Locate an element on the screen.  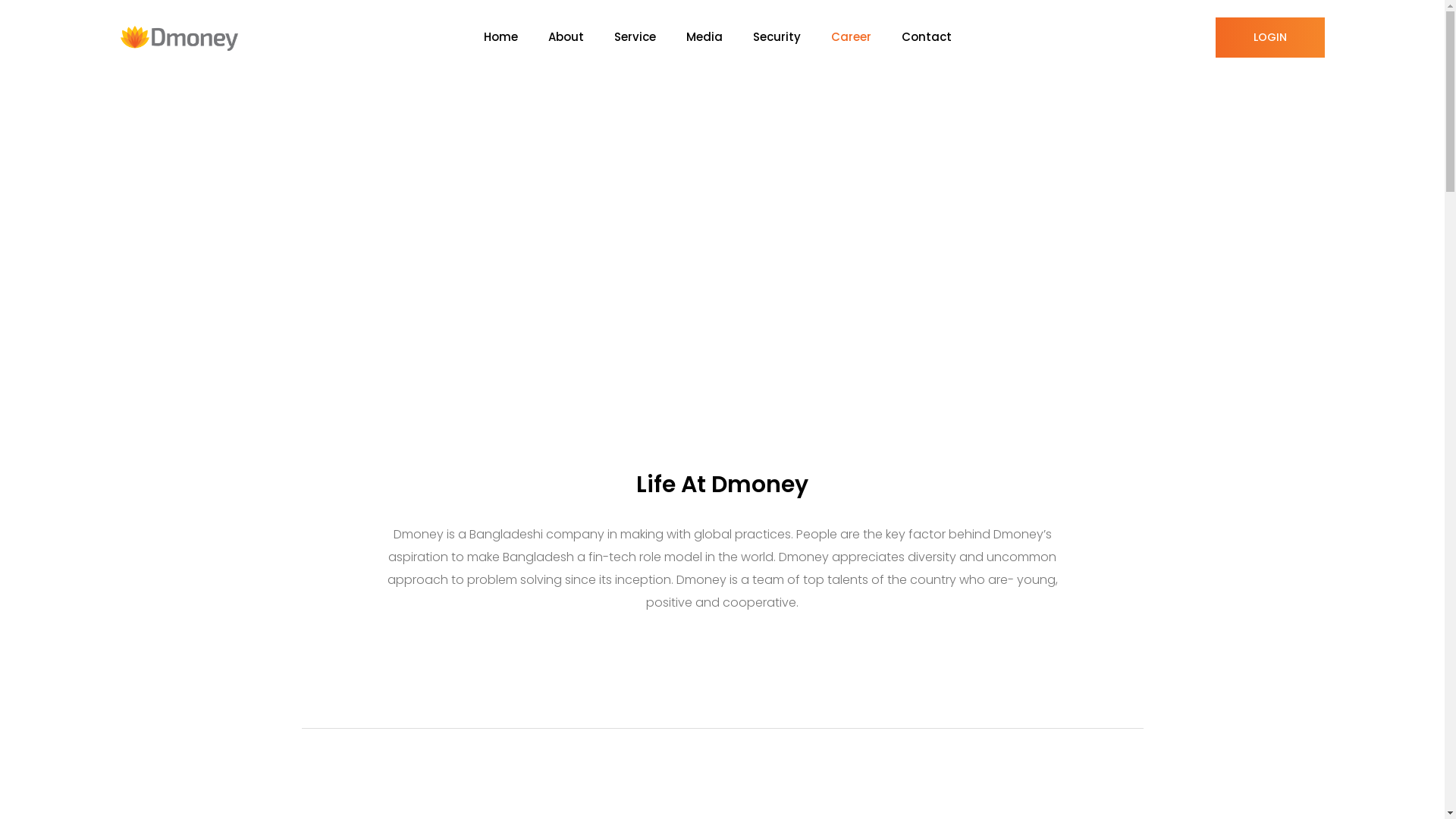
'Home' is located at coordinates (516, 36).